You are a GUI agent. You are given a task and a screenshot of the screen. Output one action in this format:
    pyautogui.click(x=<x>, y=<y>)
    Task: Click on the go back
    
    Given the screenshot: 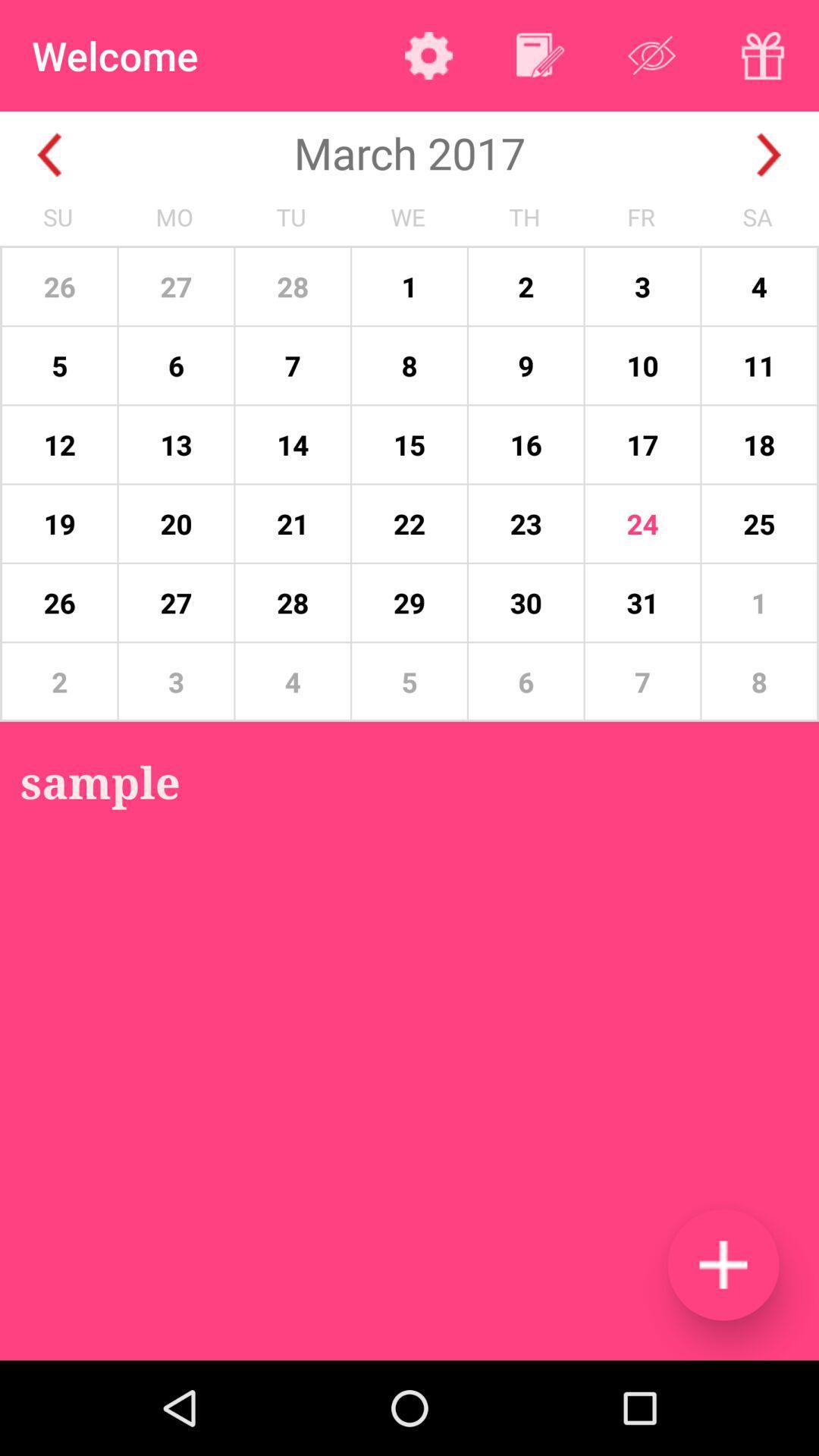 What is the action you would take?
    pyautogui.click(x=49, y=155)
    